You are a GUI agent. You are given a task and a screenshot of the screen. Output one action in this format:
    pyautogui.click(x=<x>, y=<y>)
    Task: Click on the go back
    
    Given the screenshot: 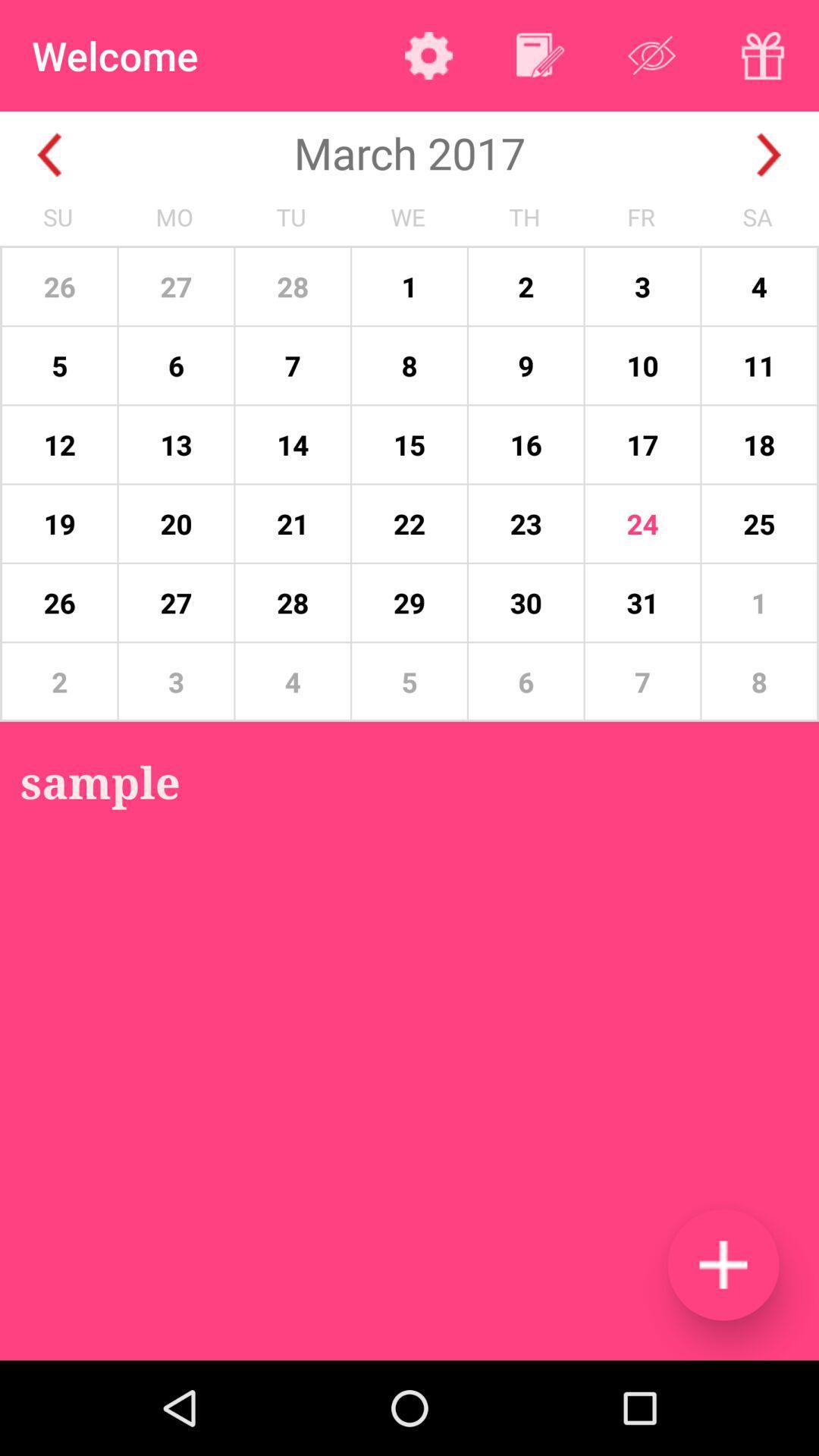 What is the action you would take?
    pyautogui.click(x=49, y=155)
    